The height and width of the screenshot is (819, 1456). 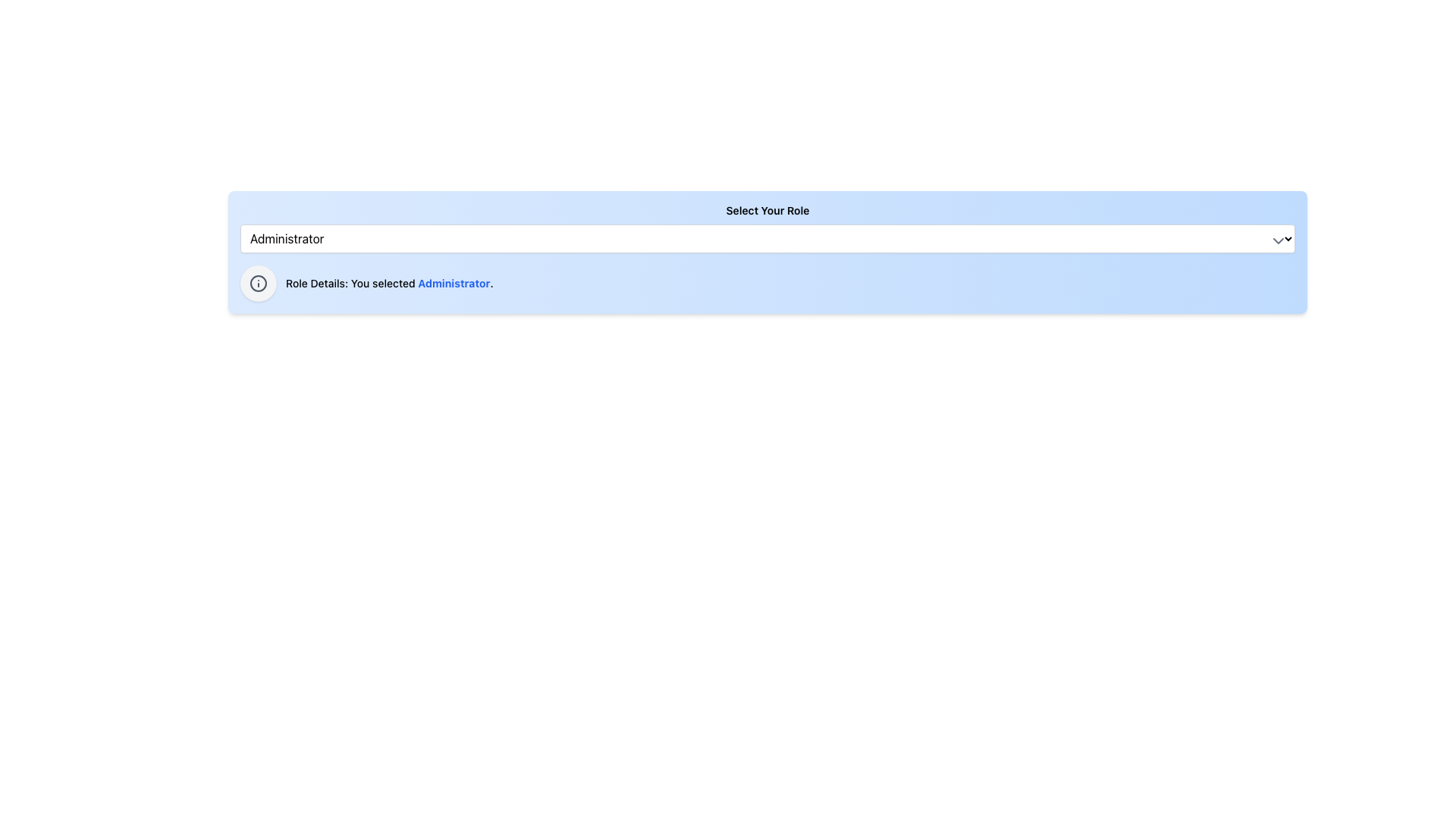 What do you see at coordinates (258, 284) in the screenshot?
I see `properties of the SVG Circle element, which is an outlined circle with a uniform stroke, located centrally towards the left of the text in the lower section of the interface` at bounding box center [258, 284].